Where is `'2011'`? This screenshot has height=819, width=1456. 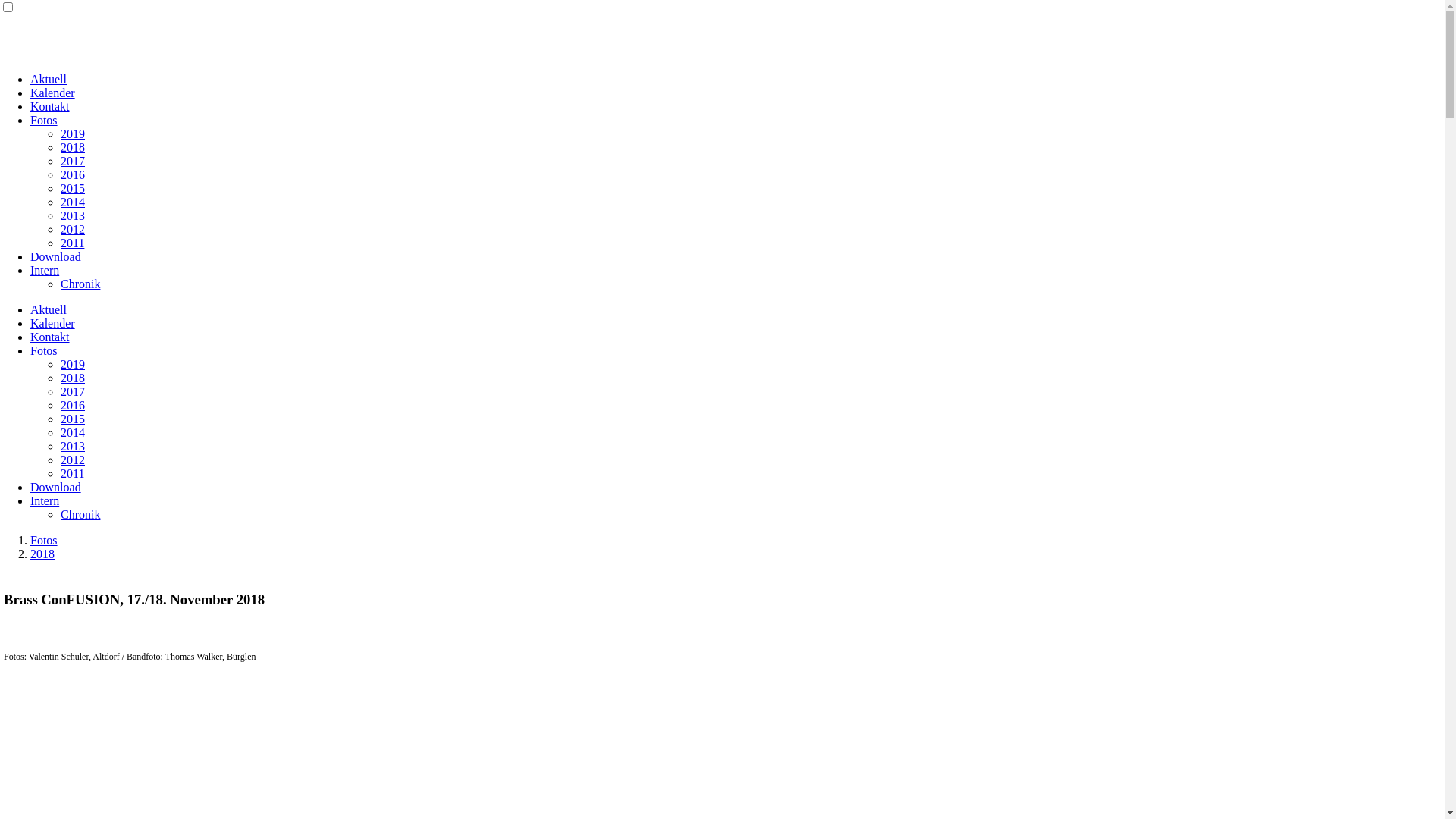 '2011' is located at coordinates (71, 472).